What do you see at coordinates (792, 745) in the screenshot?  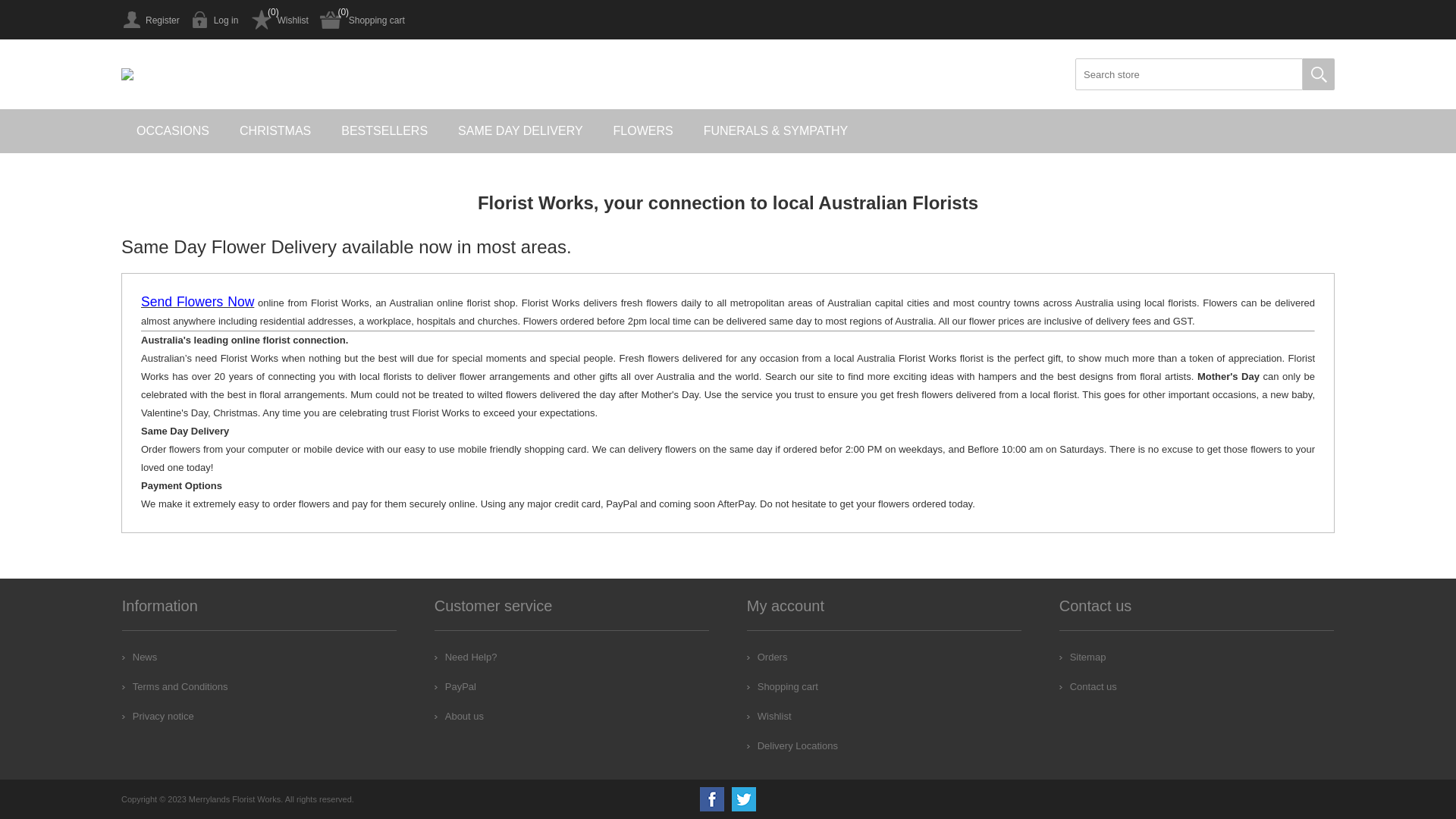 I see `'Delivery Locations'` at bounding box center [792, 745].